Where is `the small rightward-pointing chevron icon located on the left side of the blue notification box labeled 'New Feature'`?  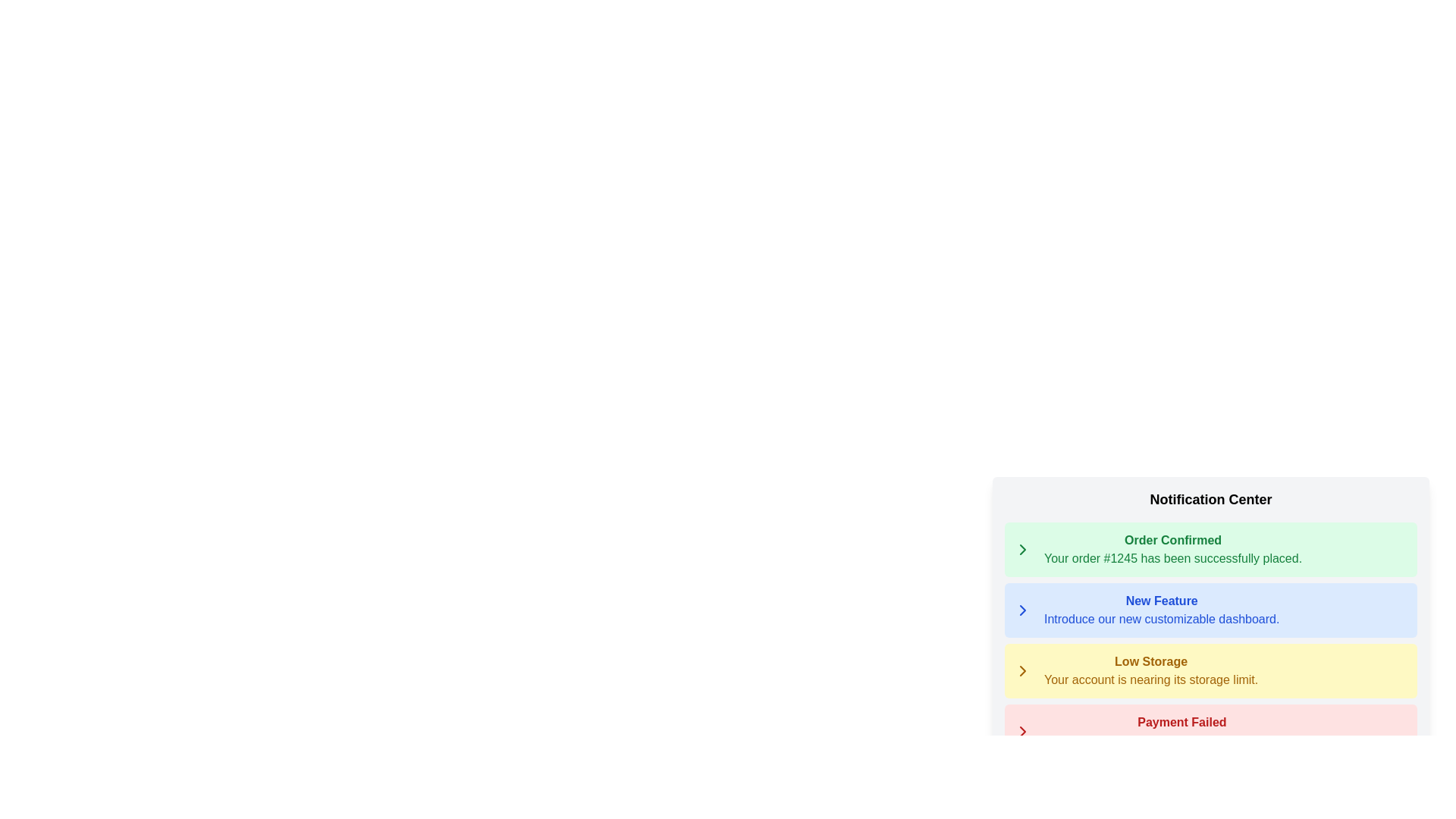
the small rightward-pointing chevron icon located on the left side of the blue notification box labeled 'New Feature' is located at coordinates (1022, 610).